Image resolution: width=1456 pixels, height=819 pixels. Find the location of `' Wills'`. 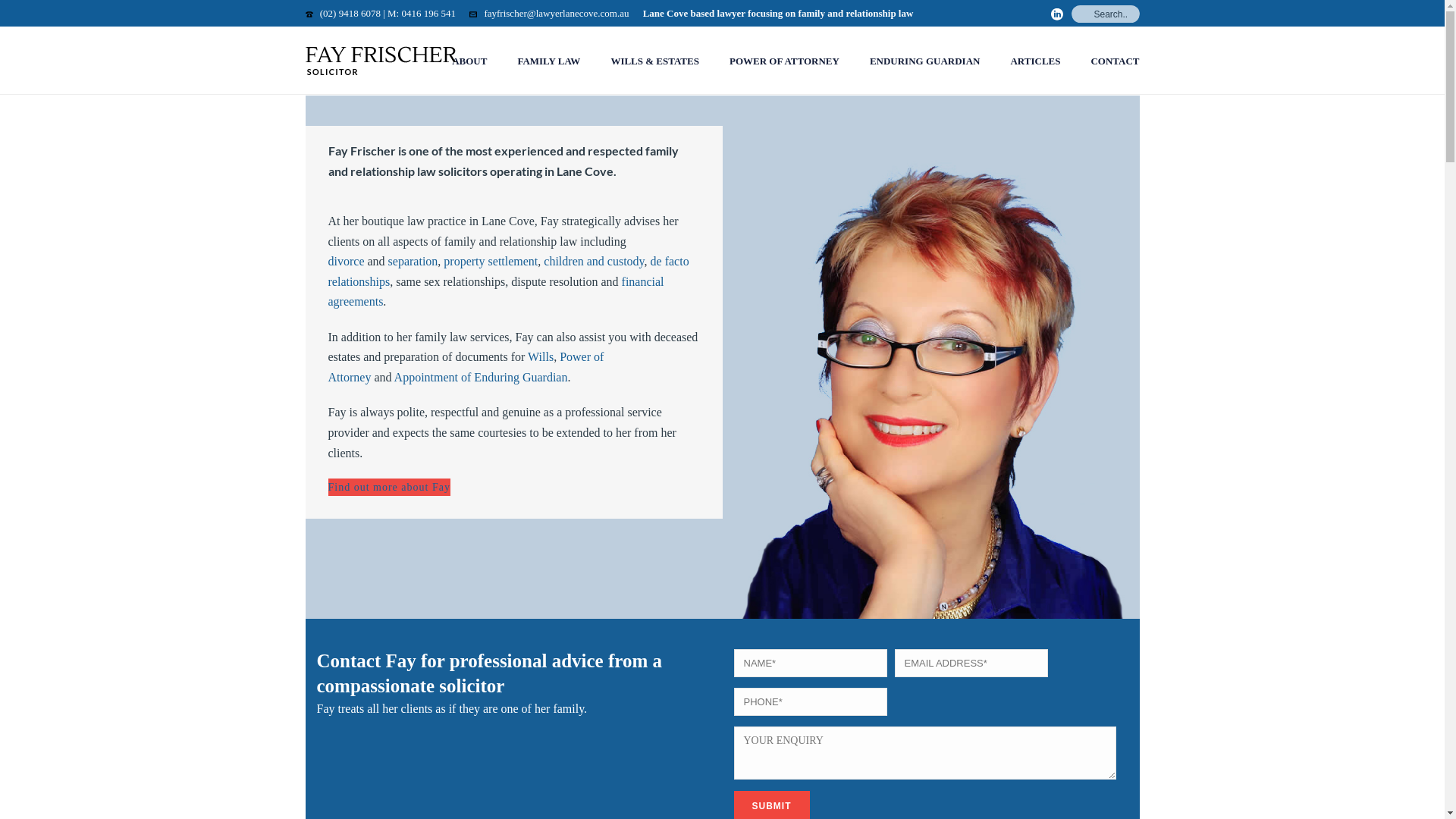

' Wills' is located at coordinates (538, 356).